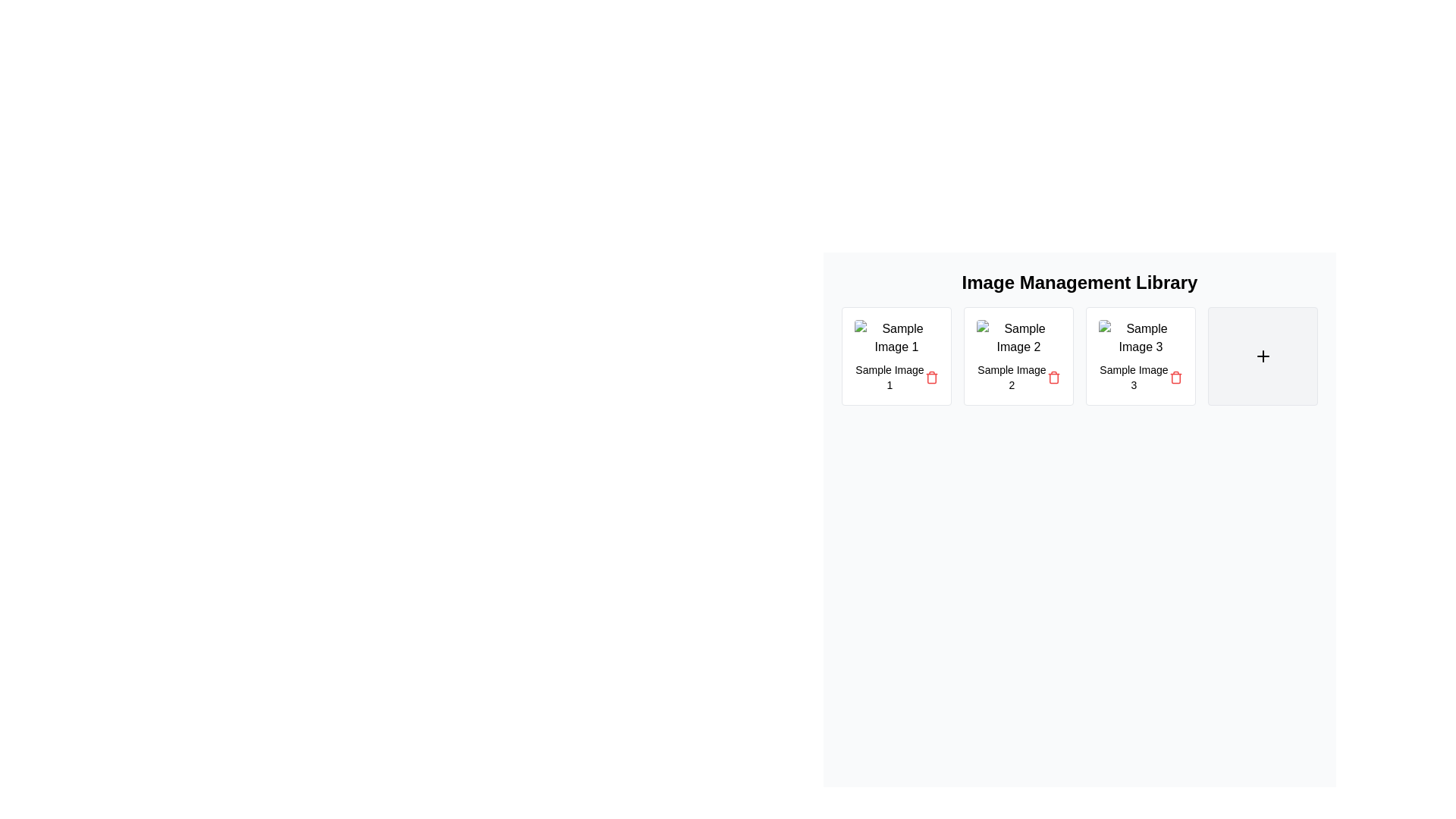 This screenshot has height=819, width=1456. Describe the element at coordinates (1053, 377) in the screenshot. I see `the decorative trash can icon located in the third icon of the row, positioned below the top bar and above the lid's outline` at that location.